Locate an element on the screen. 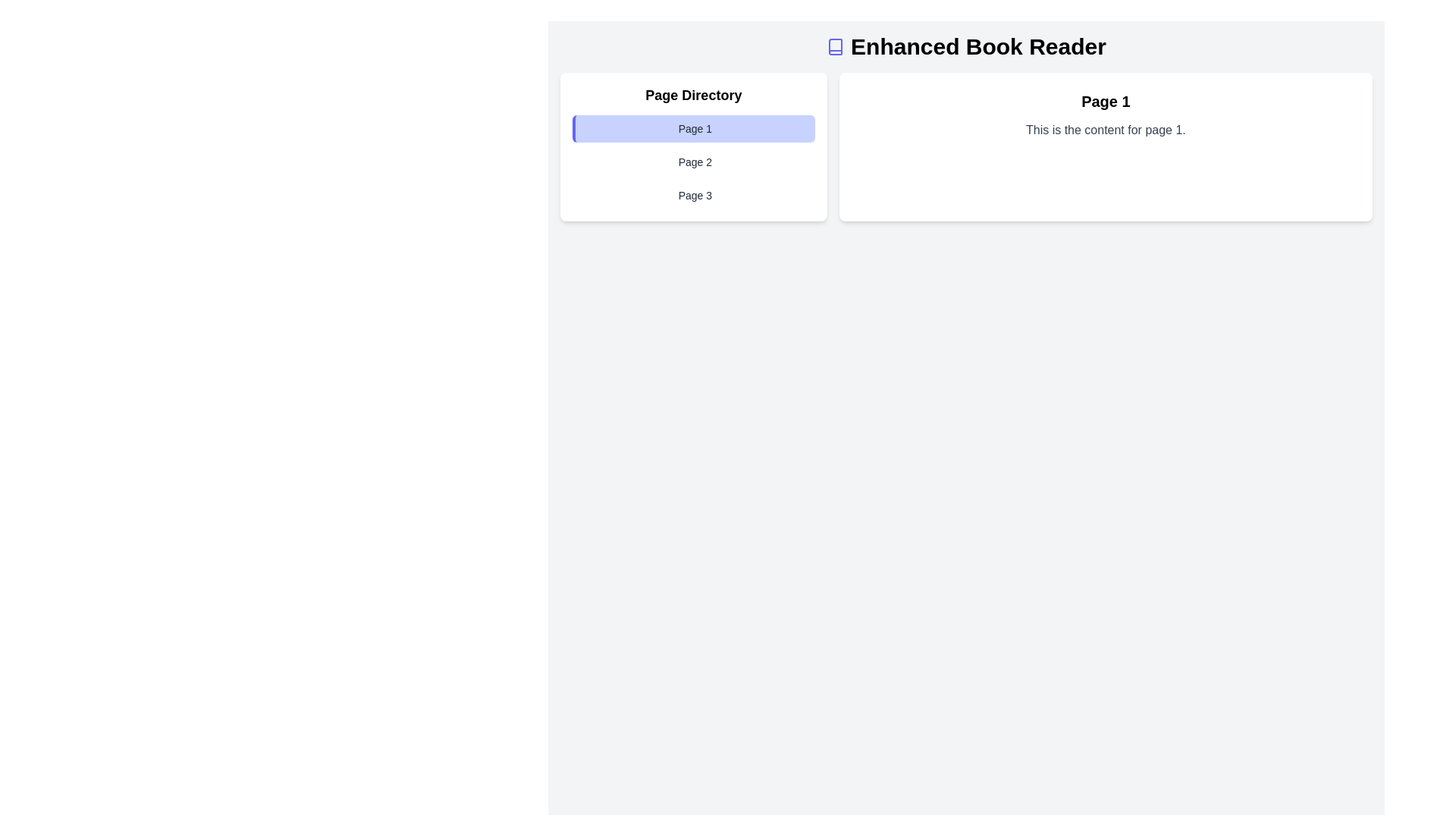 The image size is (1456, 819). the 'Page 1' button in the Page Directory is located at coordinates (692, 127).